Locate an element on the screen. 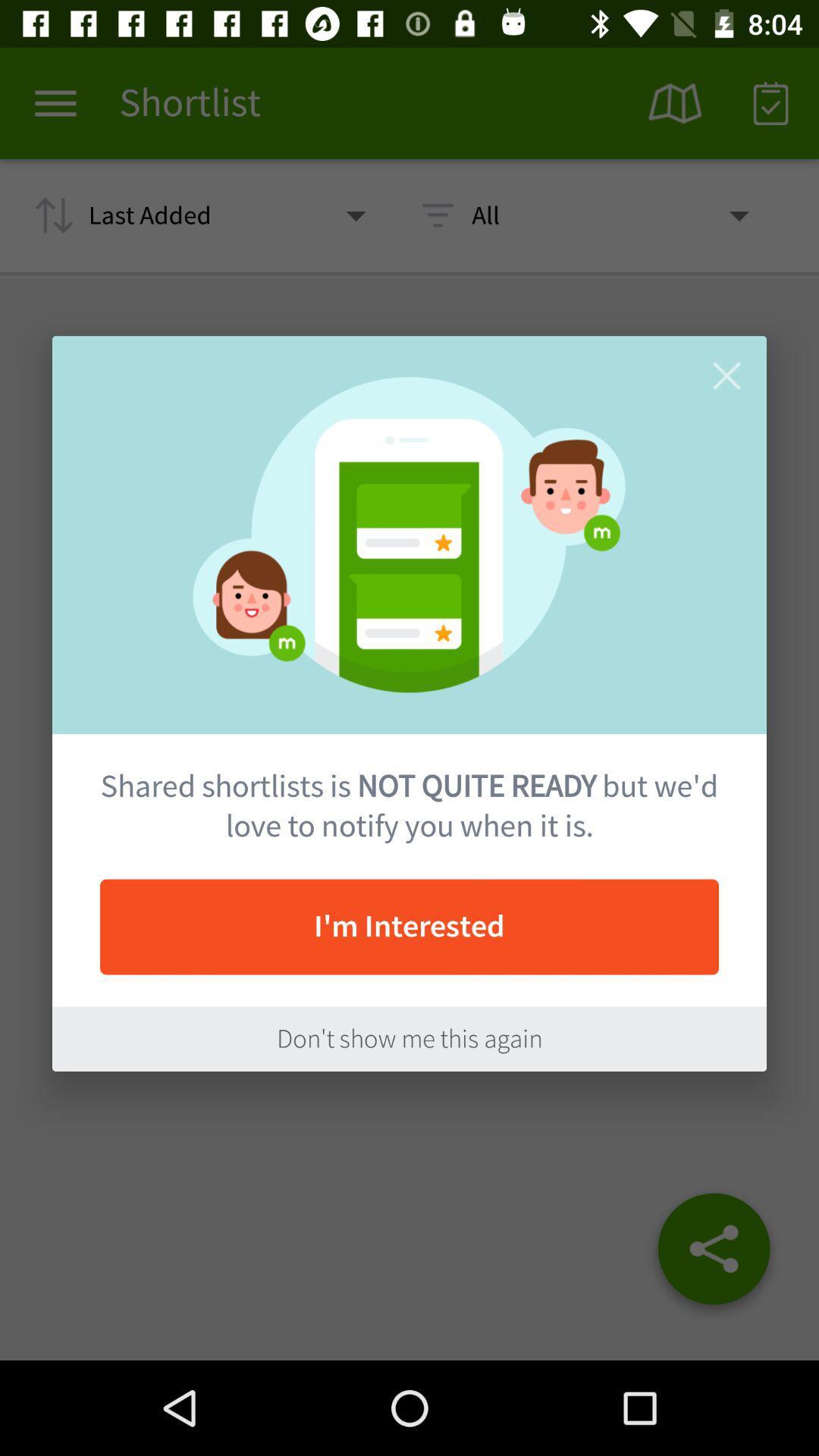 The width and height of the screenshot is (819, 1456). the i'm interested is located at coordinates (409, 926).